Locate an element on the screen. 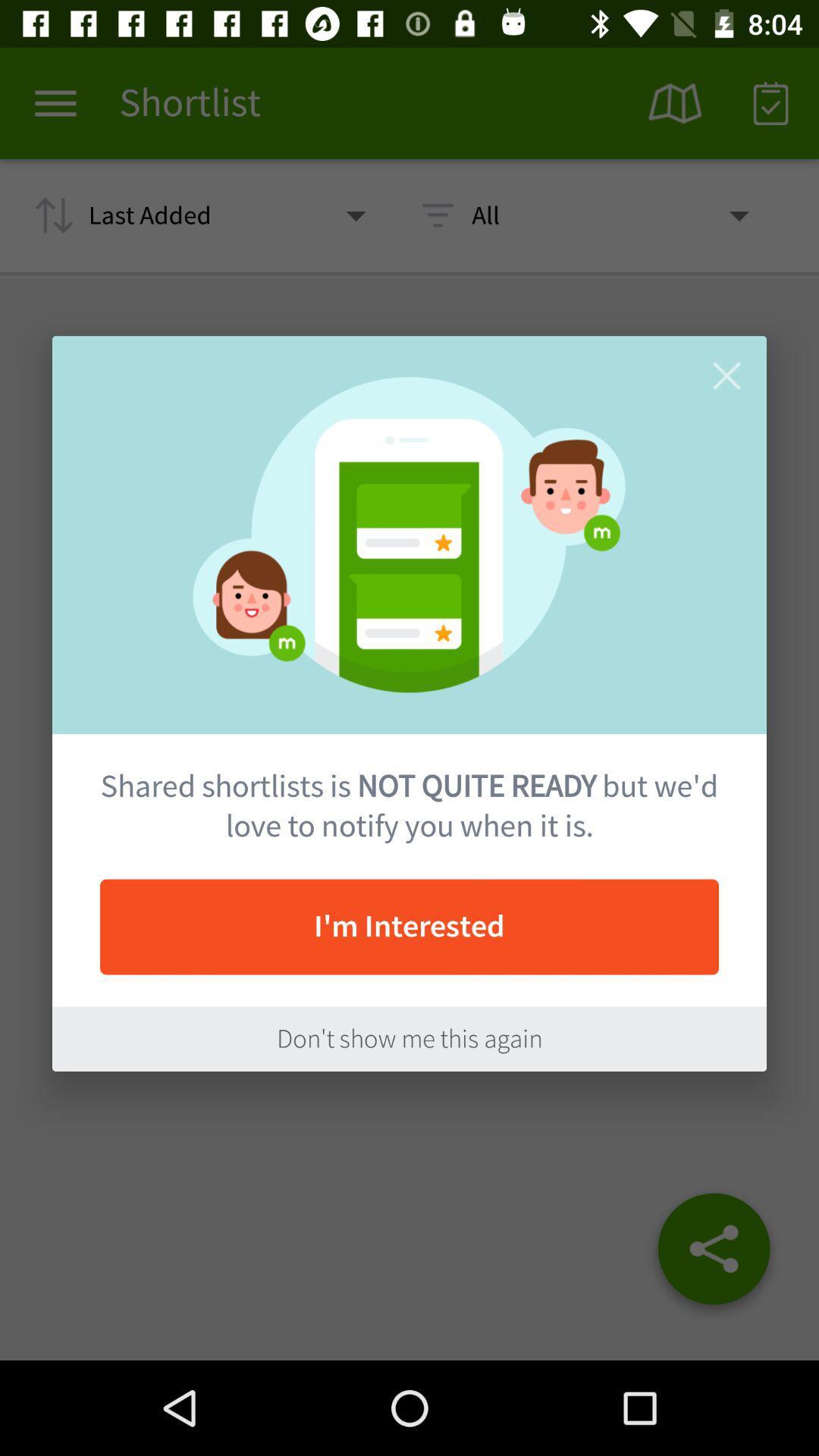 The width and height of the screenshot is (819, 1456). the i'm interested is located at coordinates (409, 926).